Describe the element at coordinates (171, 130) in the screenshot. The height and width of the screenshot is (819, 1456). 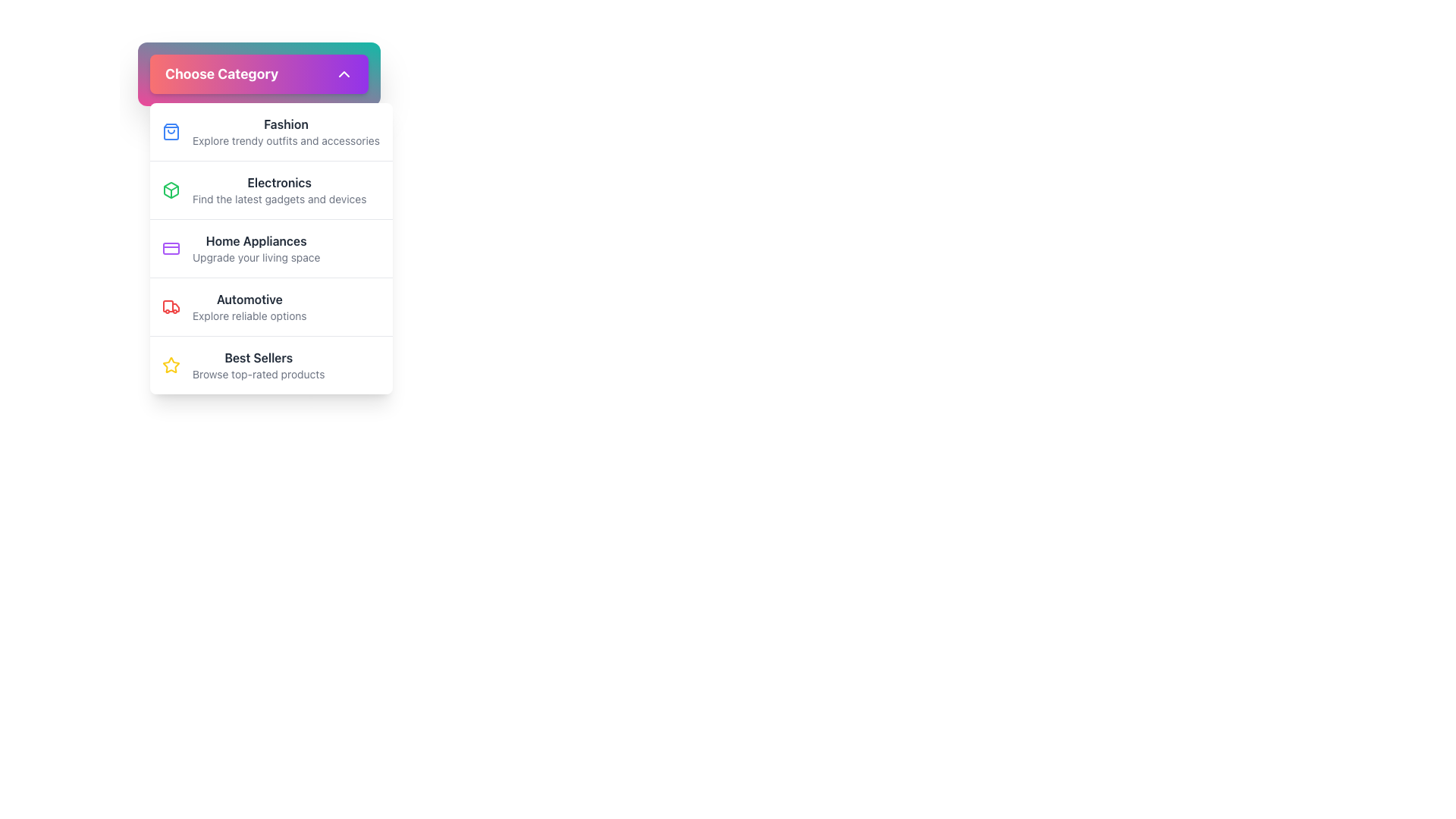
I see `the 'Fashion' category icon located at the leftmost side of the 'Fashion' text for visual context` at that location.